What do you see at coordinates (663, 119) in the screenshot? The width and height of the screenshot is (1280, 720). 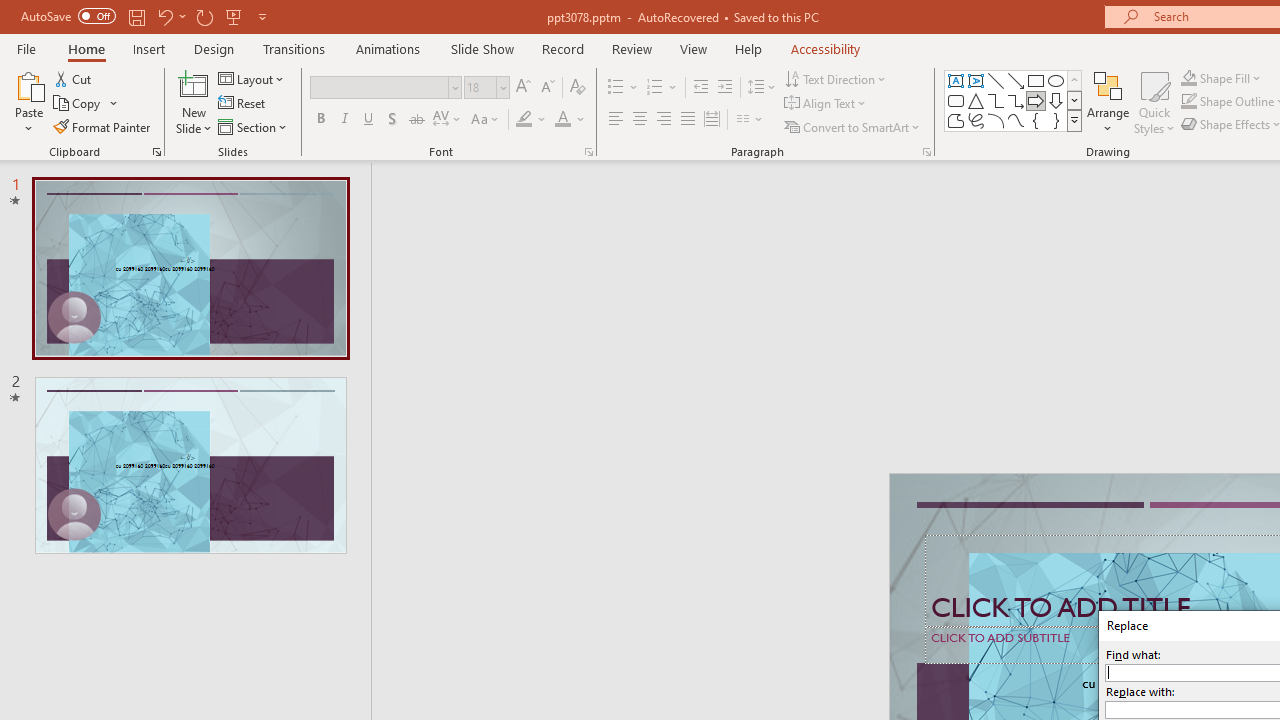 I see `'Align Right'` at bounding box center [663, 119].